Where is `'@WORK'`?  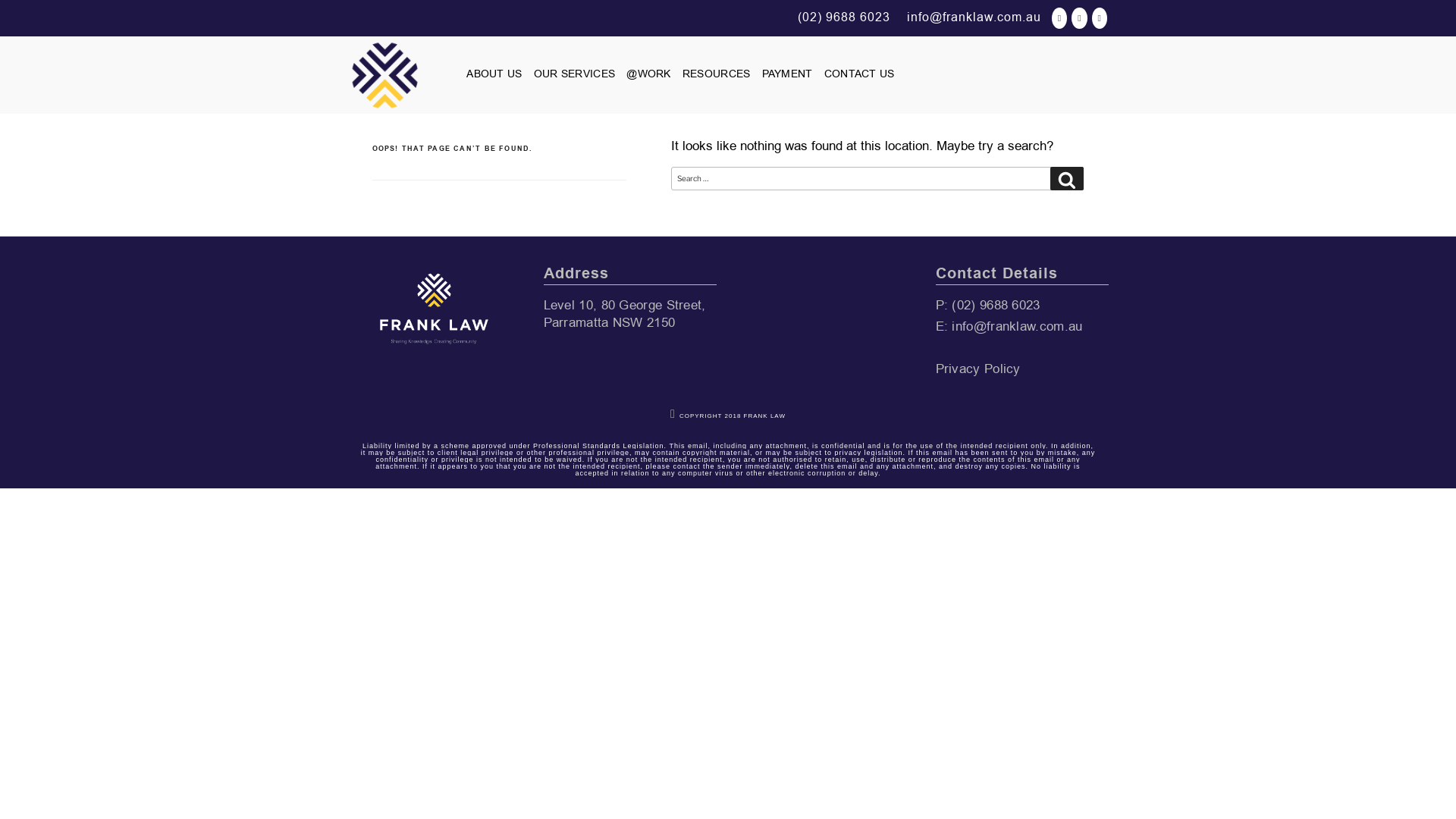 '@WORK' is located at coordinates (648, 74).